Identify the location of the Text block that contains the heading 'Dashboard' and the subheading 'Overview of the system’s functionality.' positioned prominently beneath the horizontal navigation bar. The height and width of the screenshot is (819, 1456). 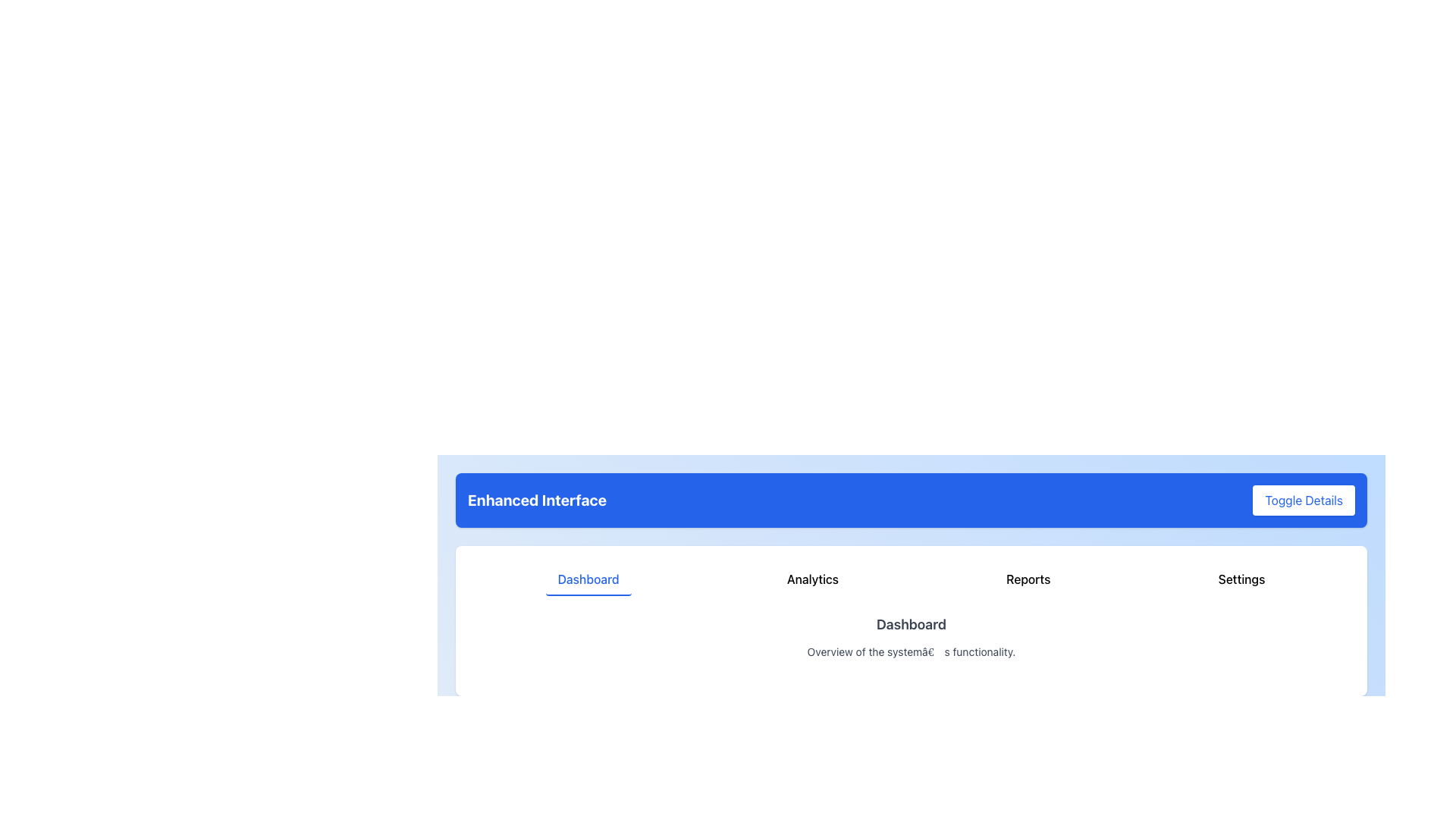
(910, 637).